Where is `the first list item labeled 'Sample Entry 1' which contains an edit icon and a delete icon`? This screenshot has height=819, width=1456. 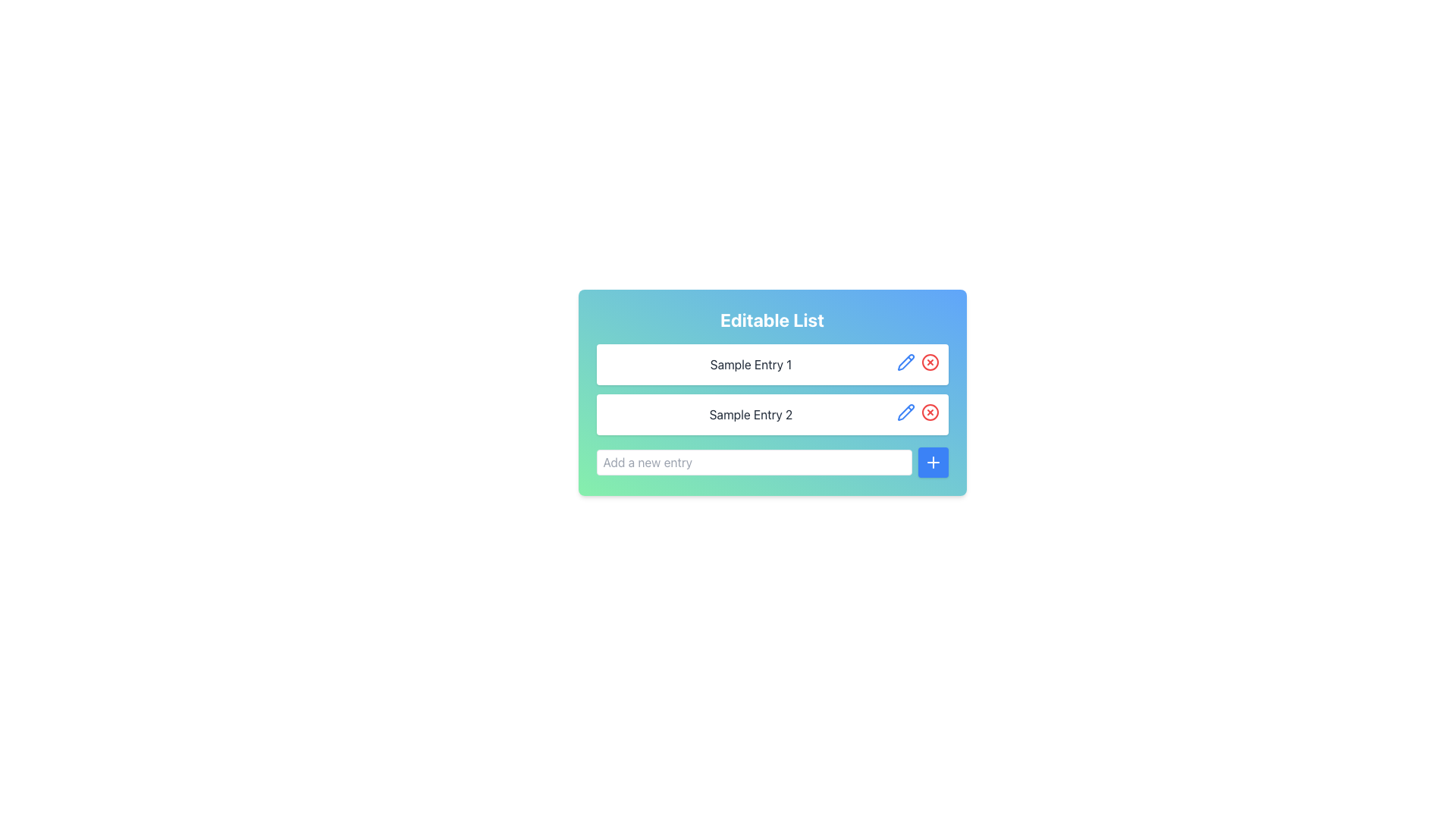
the first list item labeled 'Sample Entry 1' which contains an edit icon and a delete icon is located at coordinates (772, 365).